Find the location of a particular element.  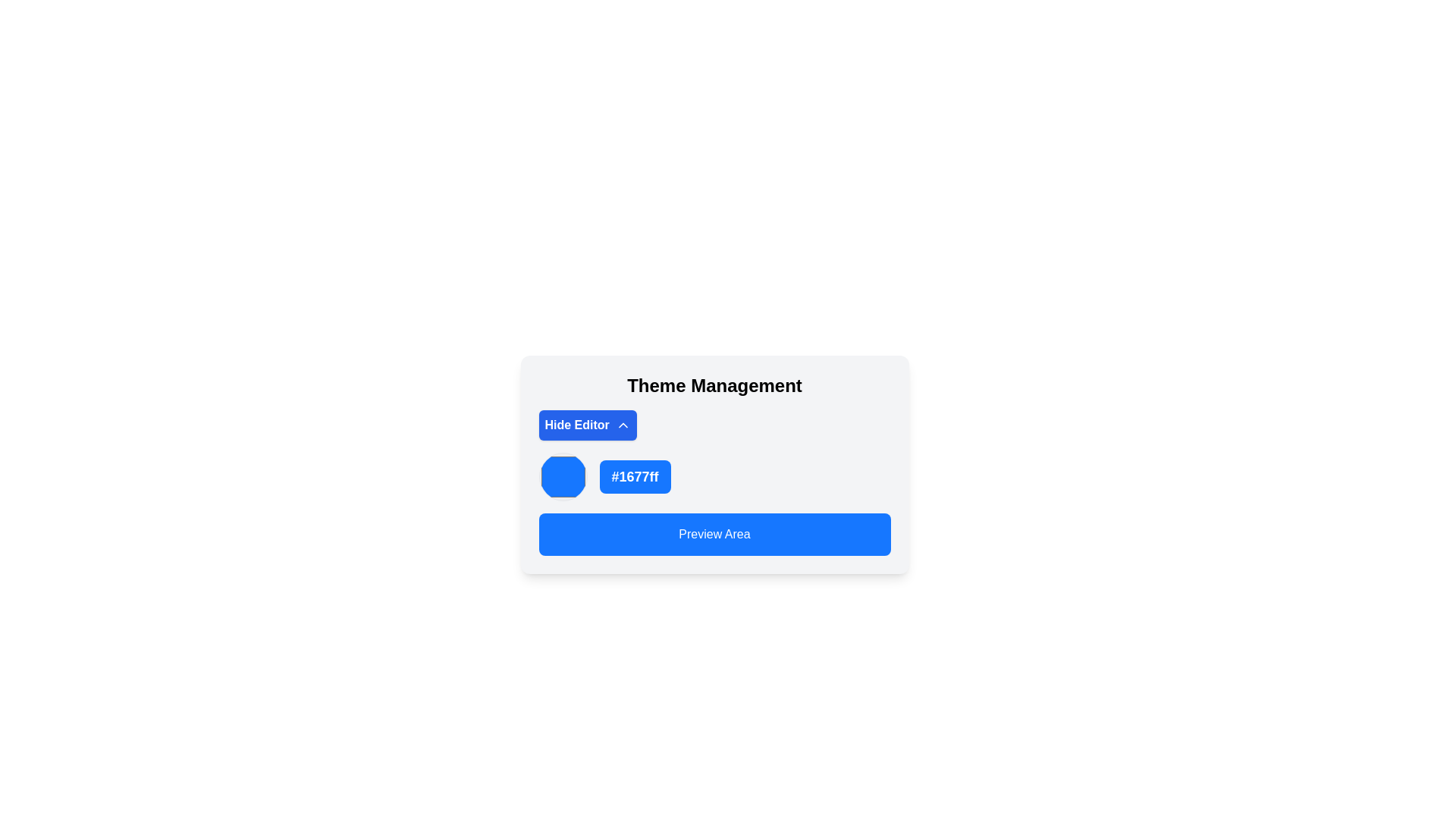

the 'Hide Editor' text label within the blue button is located at coordinates (576, 425).